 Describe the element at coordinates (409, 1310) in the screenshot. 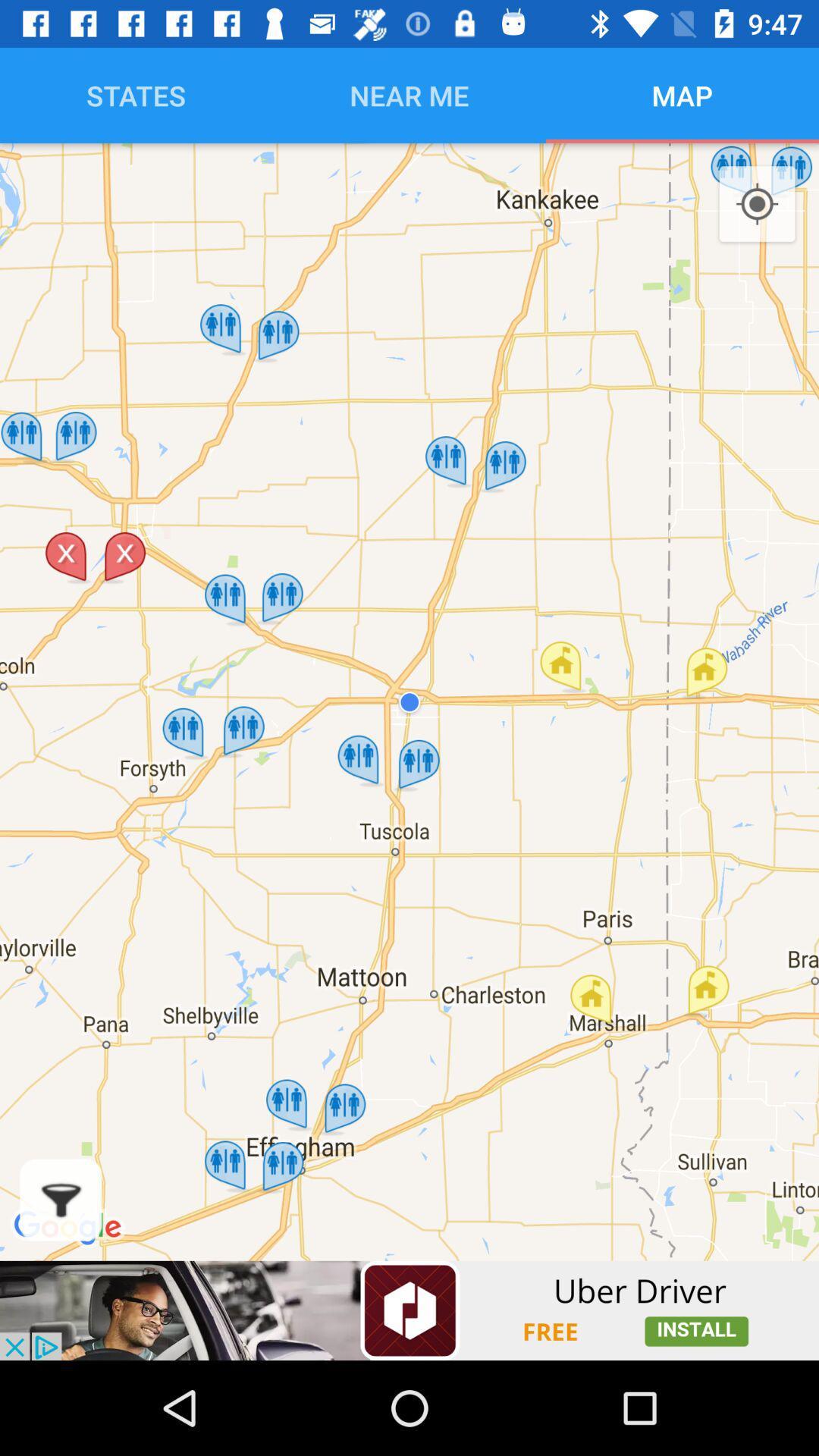

I see `advertisement option` at that location.